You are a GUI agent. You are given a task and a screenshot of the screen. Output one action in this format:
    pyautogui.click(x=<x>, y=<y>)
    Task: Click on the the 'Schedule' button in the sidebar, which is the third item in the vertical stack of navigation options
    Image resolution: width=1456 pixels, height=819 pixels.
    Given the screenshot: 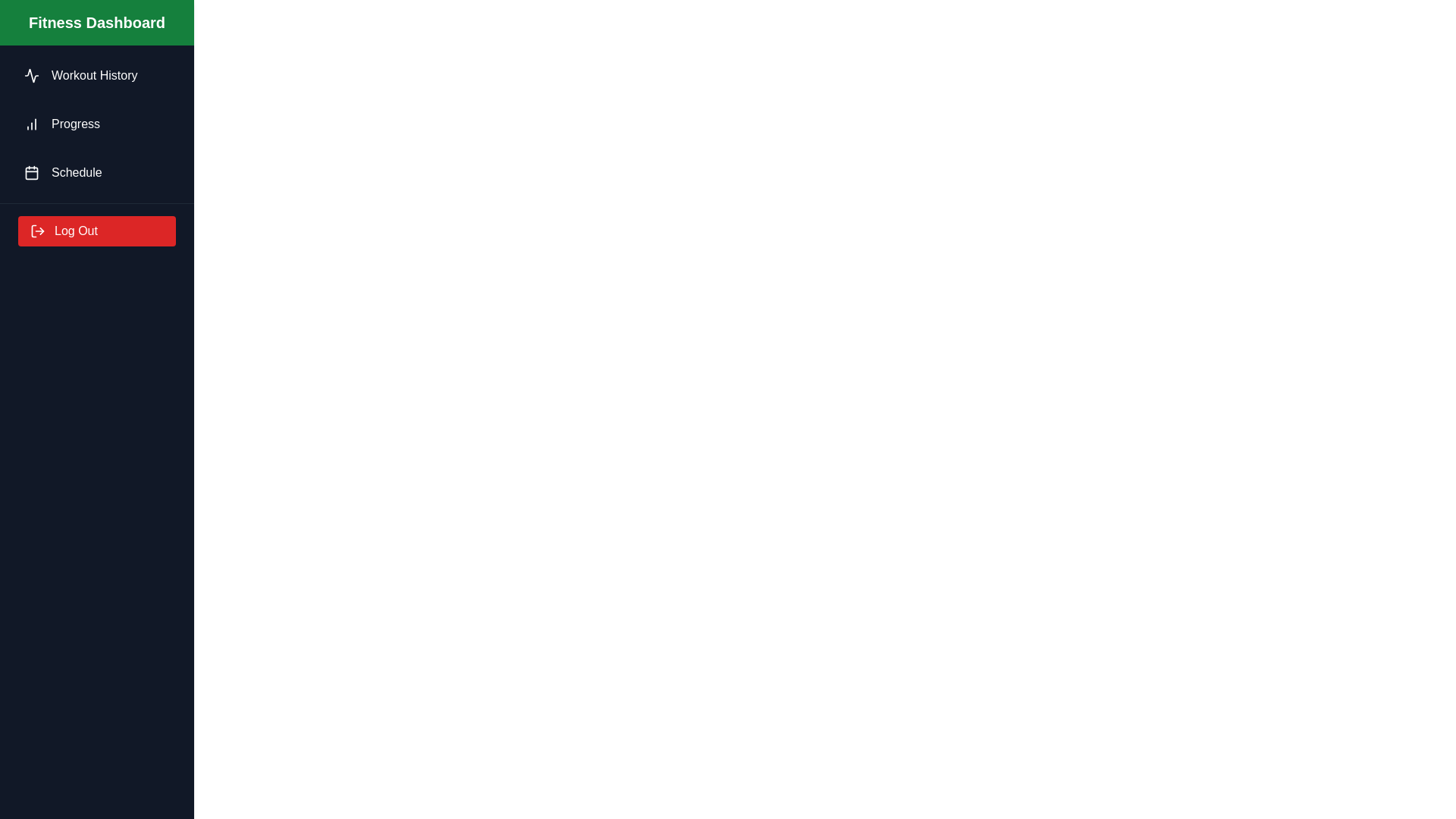 What is the action you would take?
    pyautogui.click(x=96, y=171)
    